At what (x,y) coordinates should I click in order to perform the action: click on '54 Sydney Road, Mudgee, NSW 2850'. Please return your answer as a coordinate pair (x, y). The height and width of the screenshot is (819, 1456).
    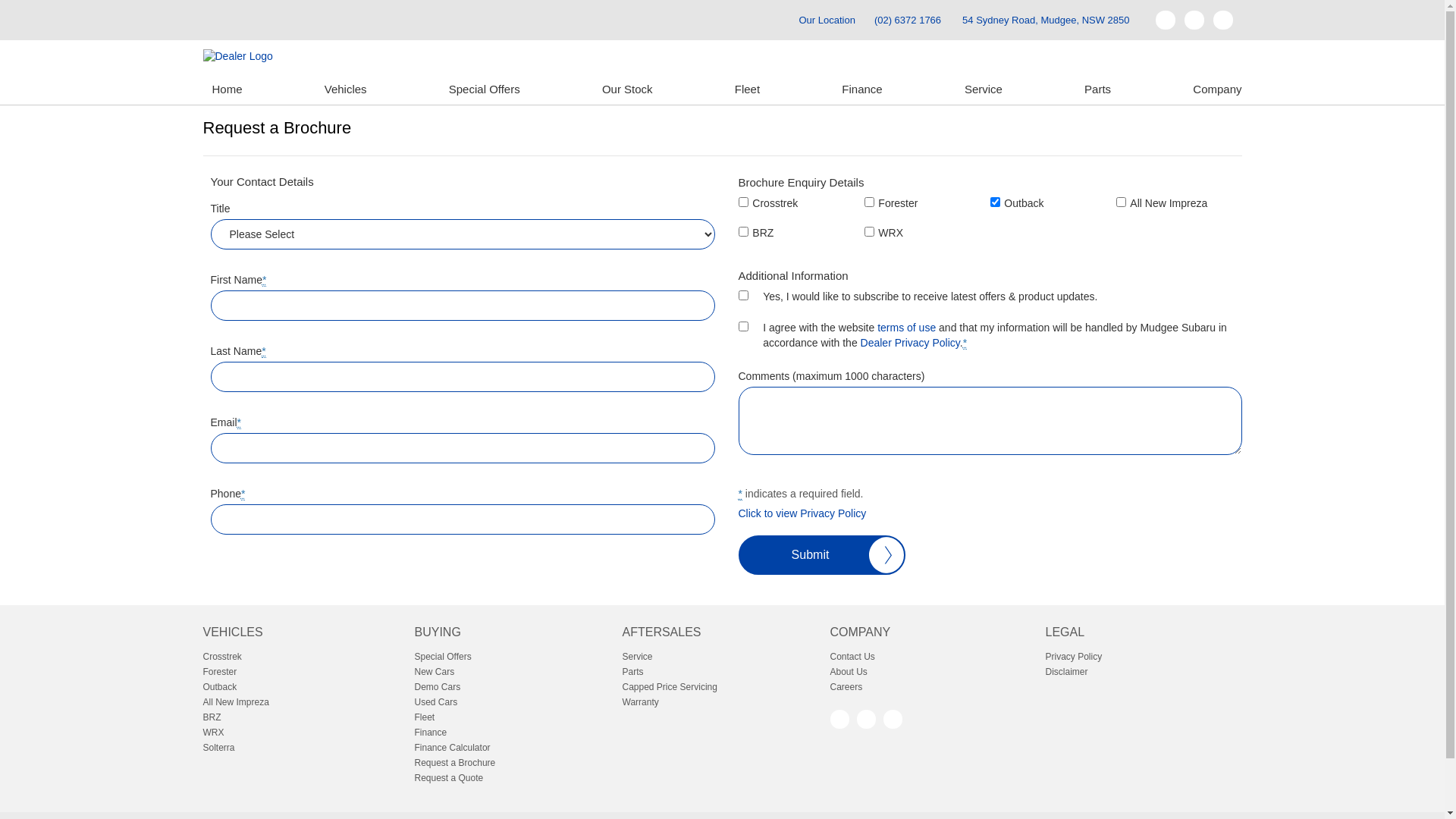
    Looking at the image, I should click on (1044, 20).